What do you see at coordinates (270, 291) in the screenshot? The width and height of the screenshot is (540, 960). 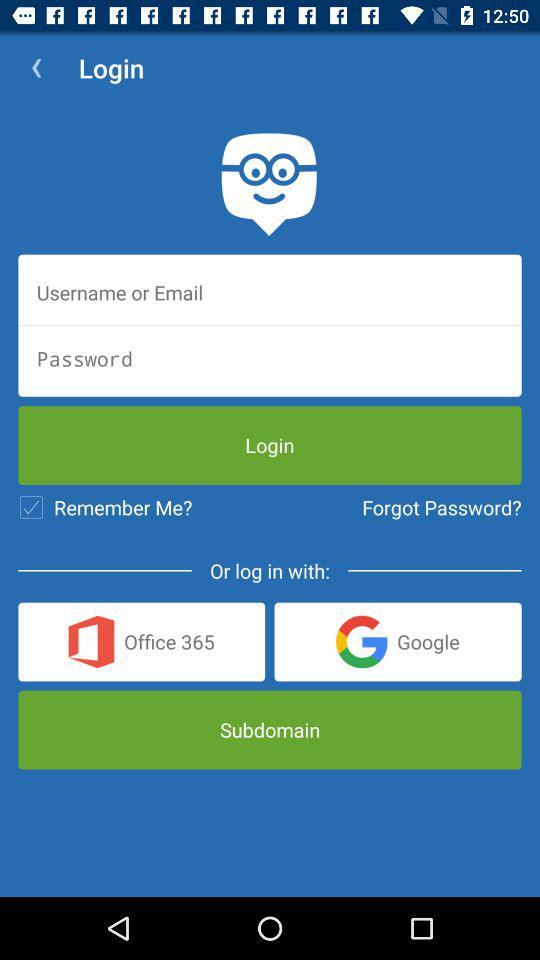 I see `because back devicer` at bounding box center [270, 291].